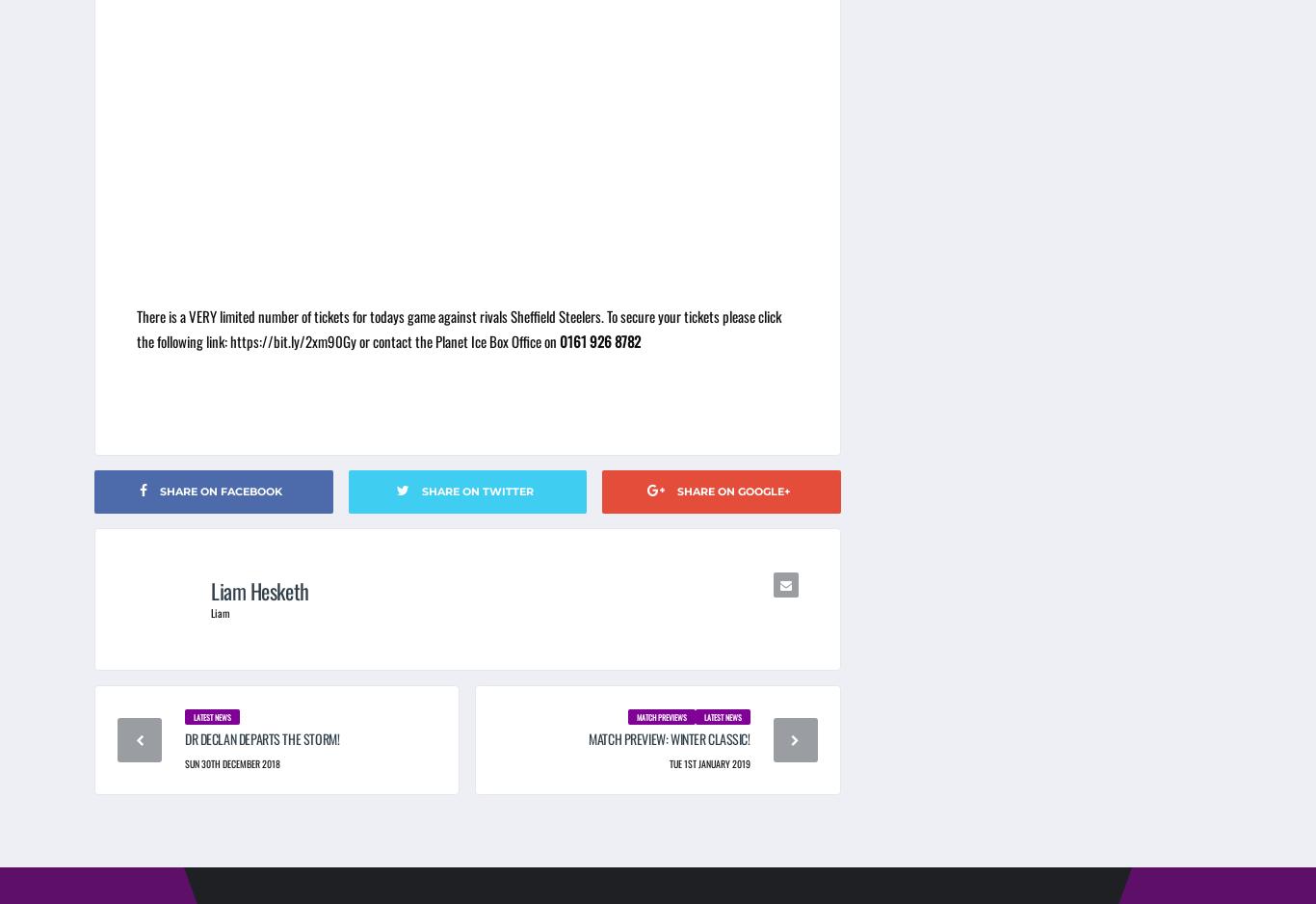 This screenshot has height=904, width=1316. What do you see at coordinates (675, 490) in the screenshot?
I see `'Share on Google+'` at bounding box center [675, 490].